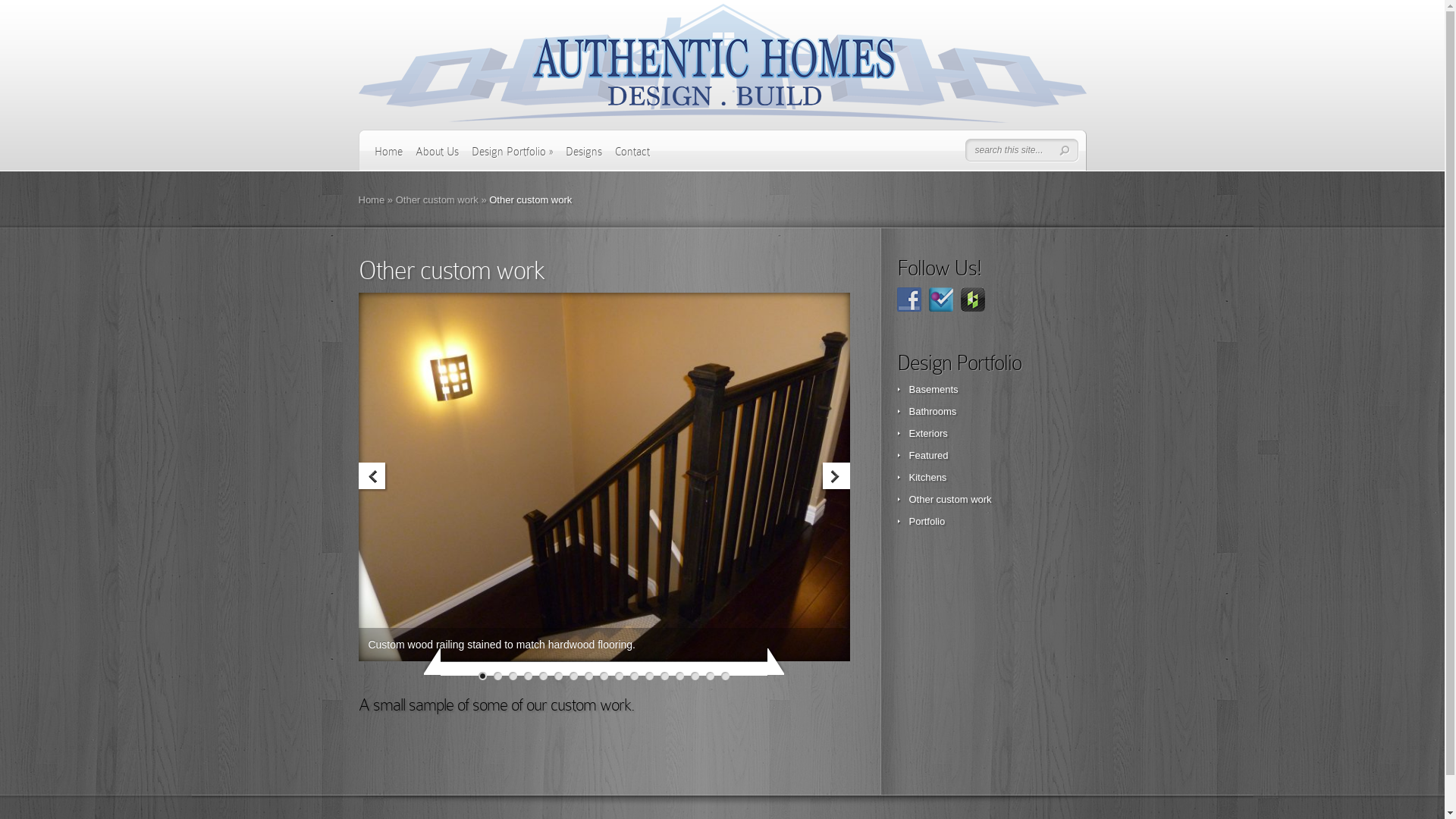  I want to click on 'Portfolio', so click(926, 520).